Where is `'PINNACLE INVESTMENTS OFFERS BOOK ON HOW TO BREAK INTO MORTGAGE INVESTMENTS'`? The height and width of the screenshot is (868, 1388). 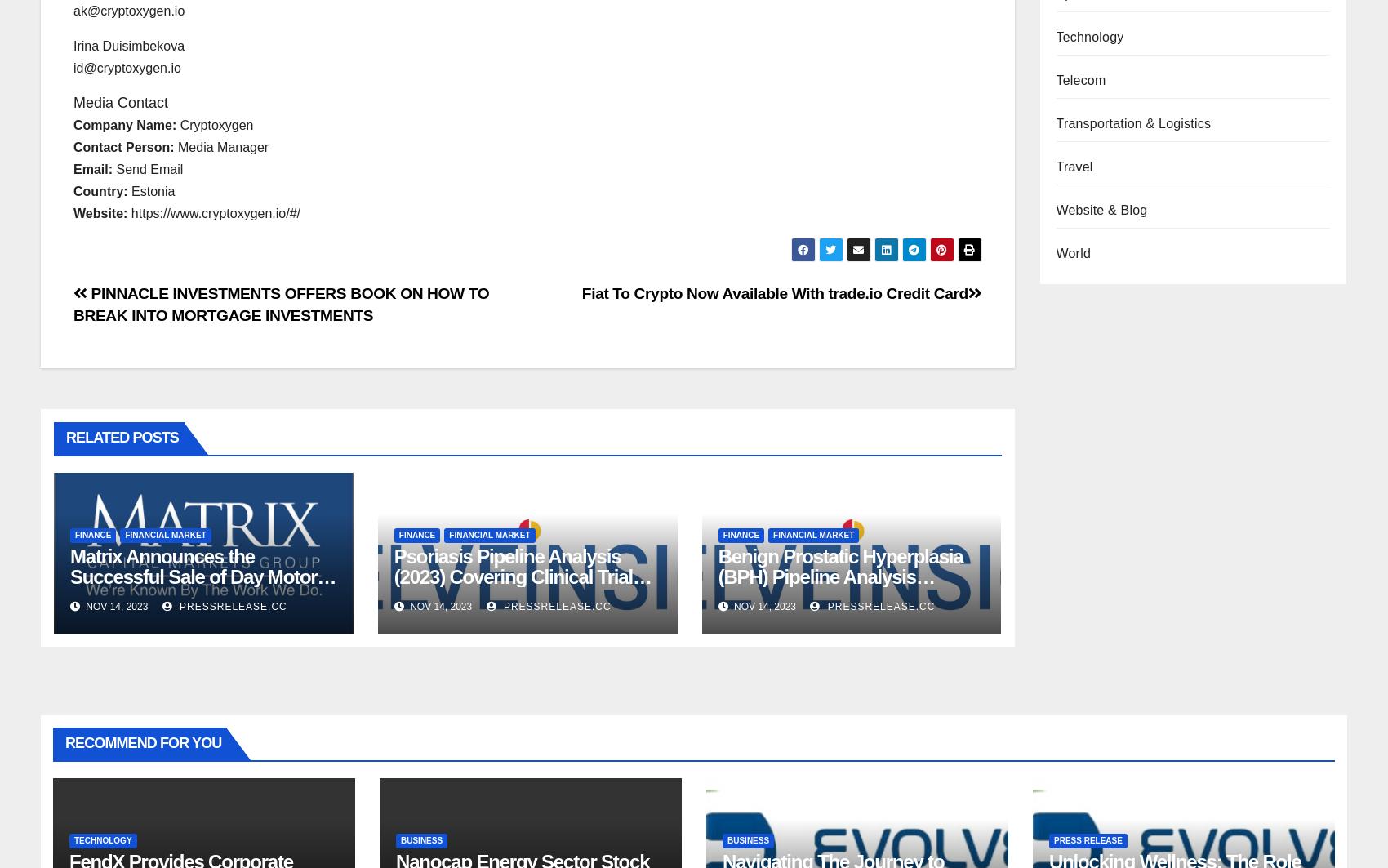
'PINNACLE INVESTMENTS OFFERS BOOK ON HOW TO BREAK INTO MORTGAGE INVESTMENTS' is located at coordinates (280, 304).